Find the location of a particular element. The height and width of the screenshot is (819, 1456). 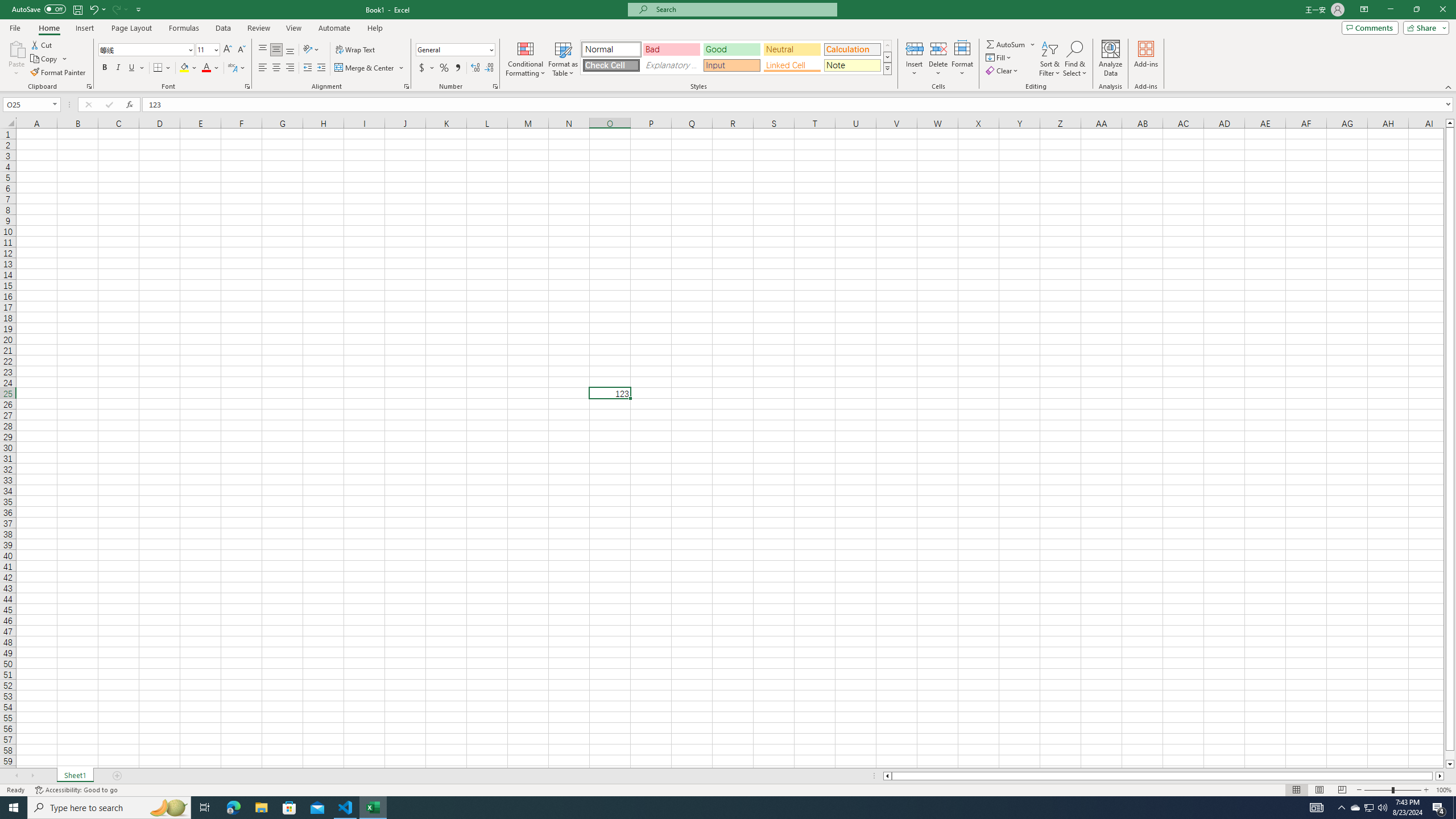

'Conditional Formatting' is located at coordinates (526, 59).